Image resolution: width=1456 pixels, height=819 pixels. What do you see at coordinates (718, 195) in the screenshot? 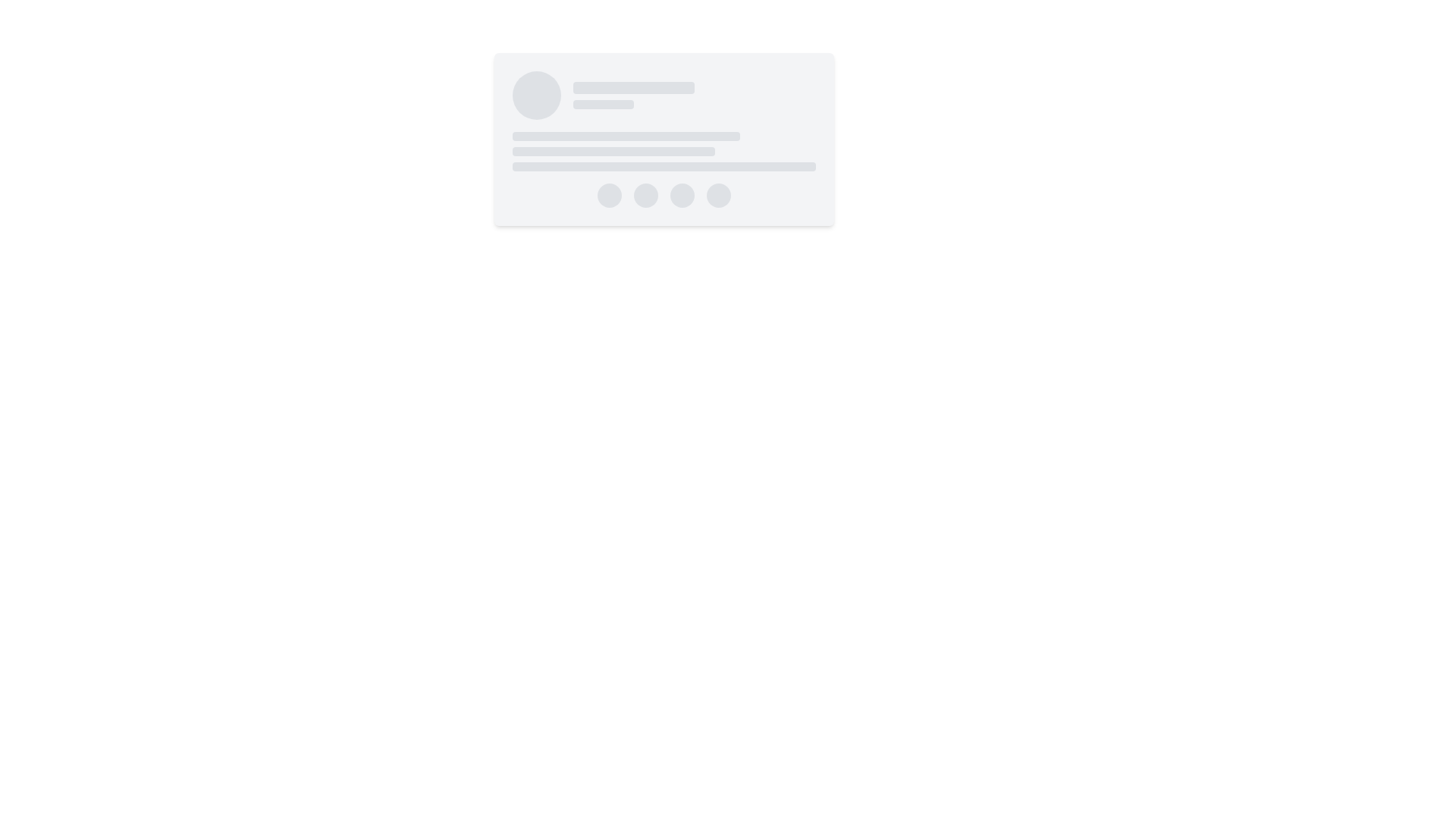
I see `the Loading Placeholder Indicator, which is the fourth circular element in a sequence of loading indicators located centrally within the widget` at bounding box center [718, 195].